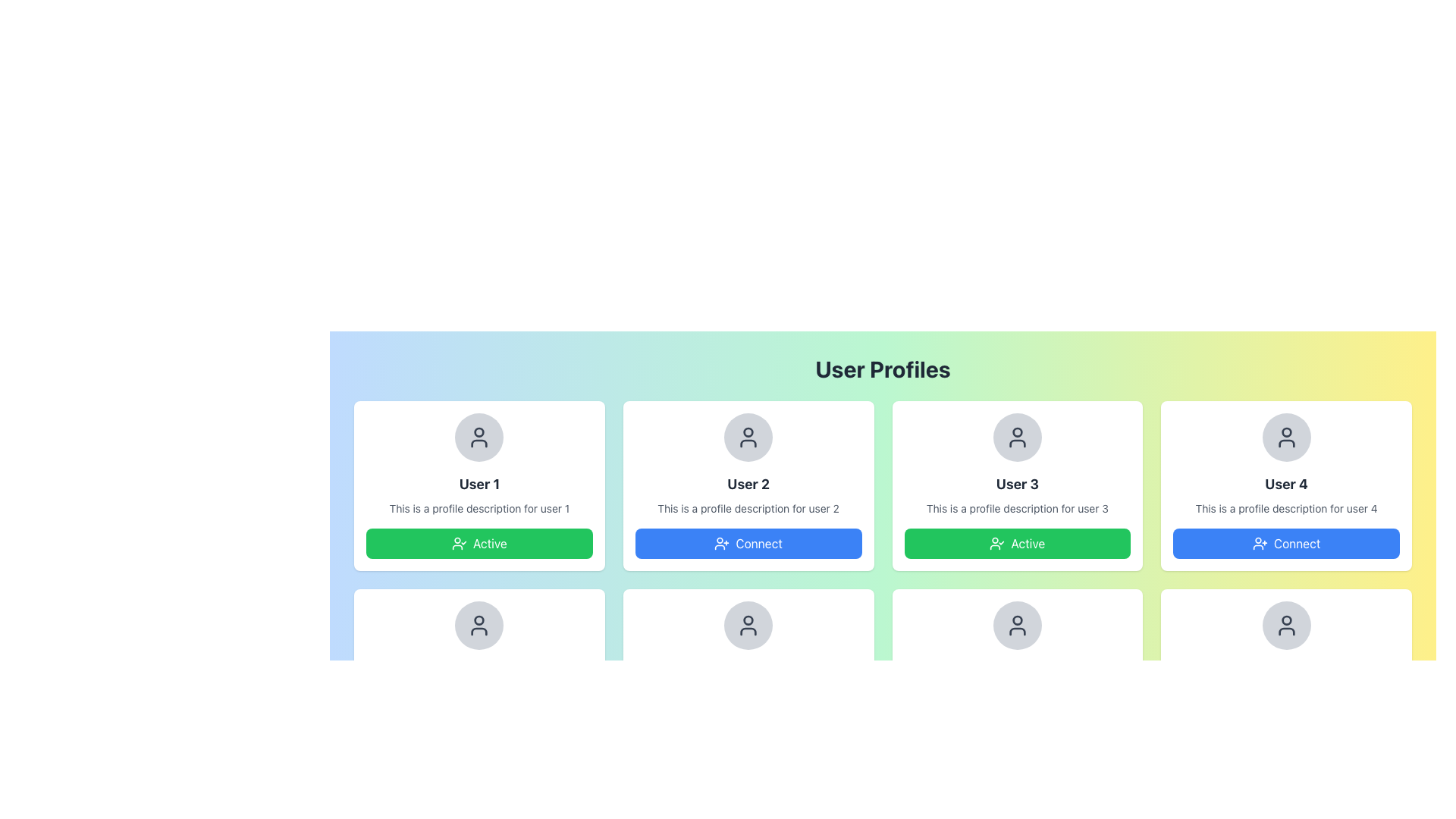 Image resolution: width=1456 pixels, height=819 pixels. Describe the element at coordinates (1285, 620) in the screenshot. I see `the user profile icon representing the head aspect in the 'User 4' section located at the bottom right corner of the interface` at that location.